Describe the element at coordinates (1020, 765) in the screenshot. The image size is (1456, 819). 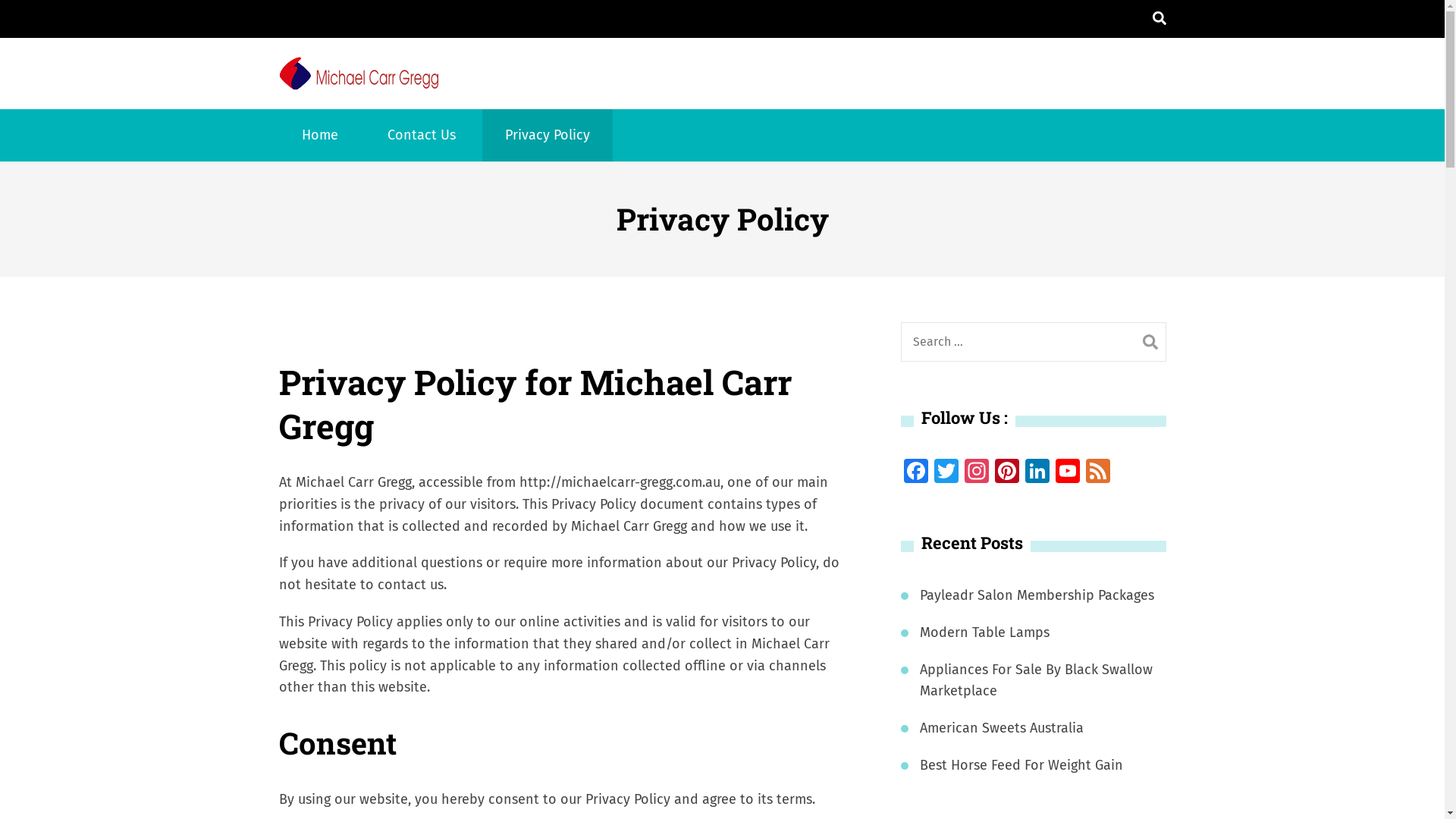
I see `'Best Horse Feed For Weight Gain'` at that location.